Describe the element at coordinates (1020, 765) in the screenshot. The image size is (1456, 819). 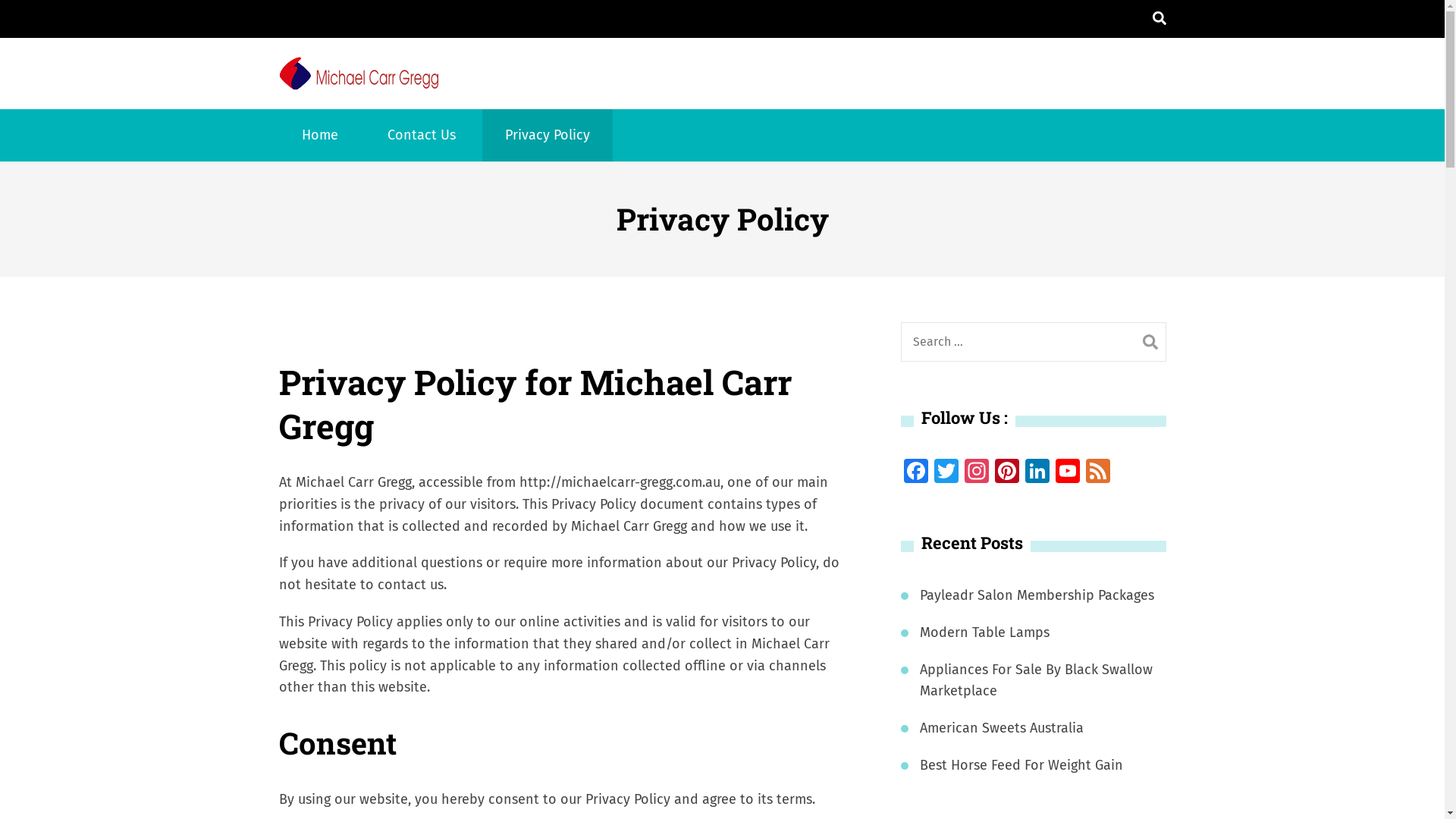
I see `'Best Horse Feed For Weight Gain'` at that location.